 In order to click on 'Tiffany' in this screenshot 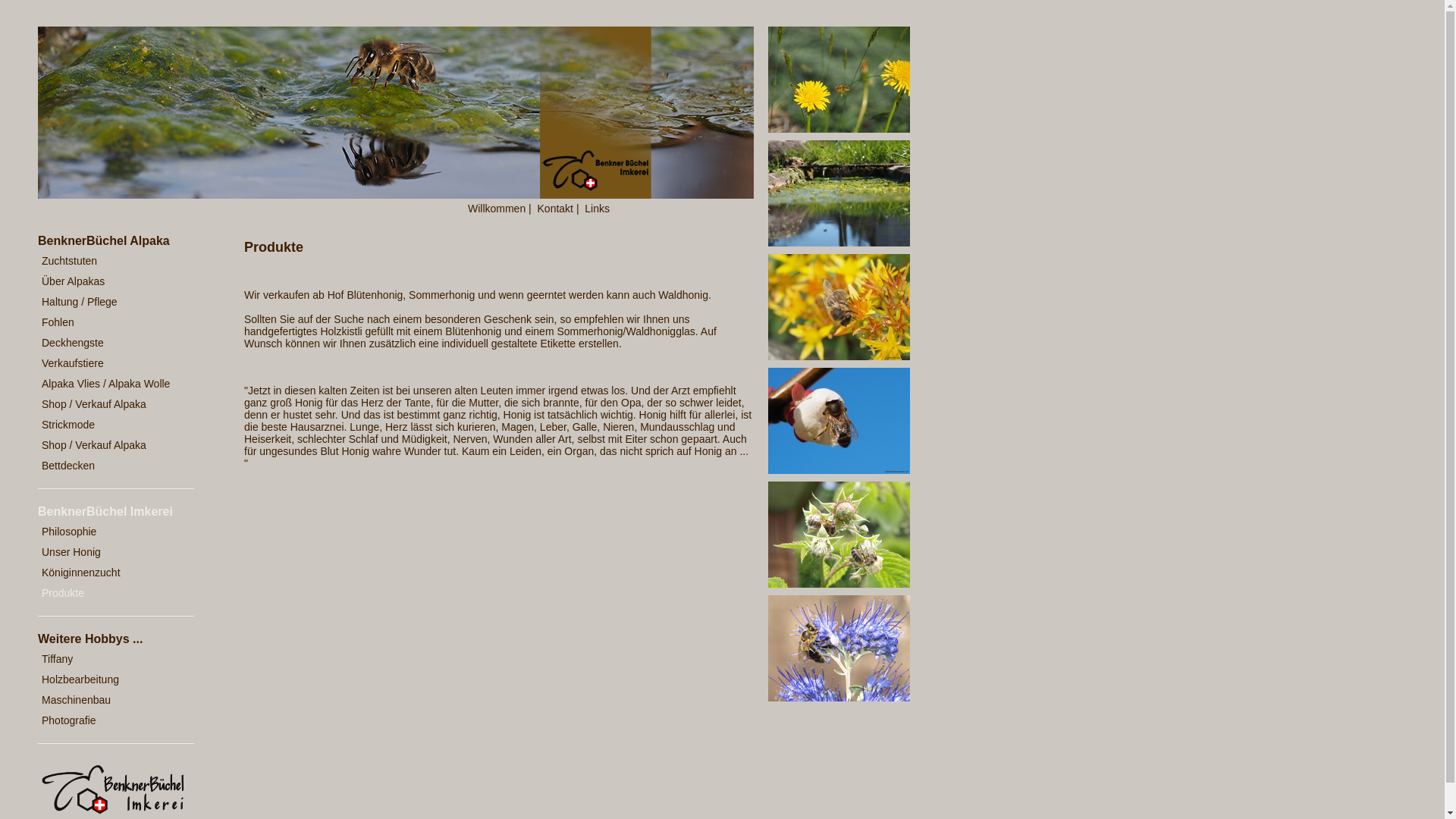, I will do `click(37, 658)`.